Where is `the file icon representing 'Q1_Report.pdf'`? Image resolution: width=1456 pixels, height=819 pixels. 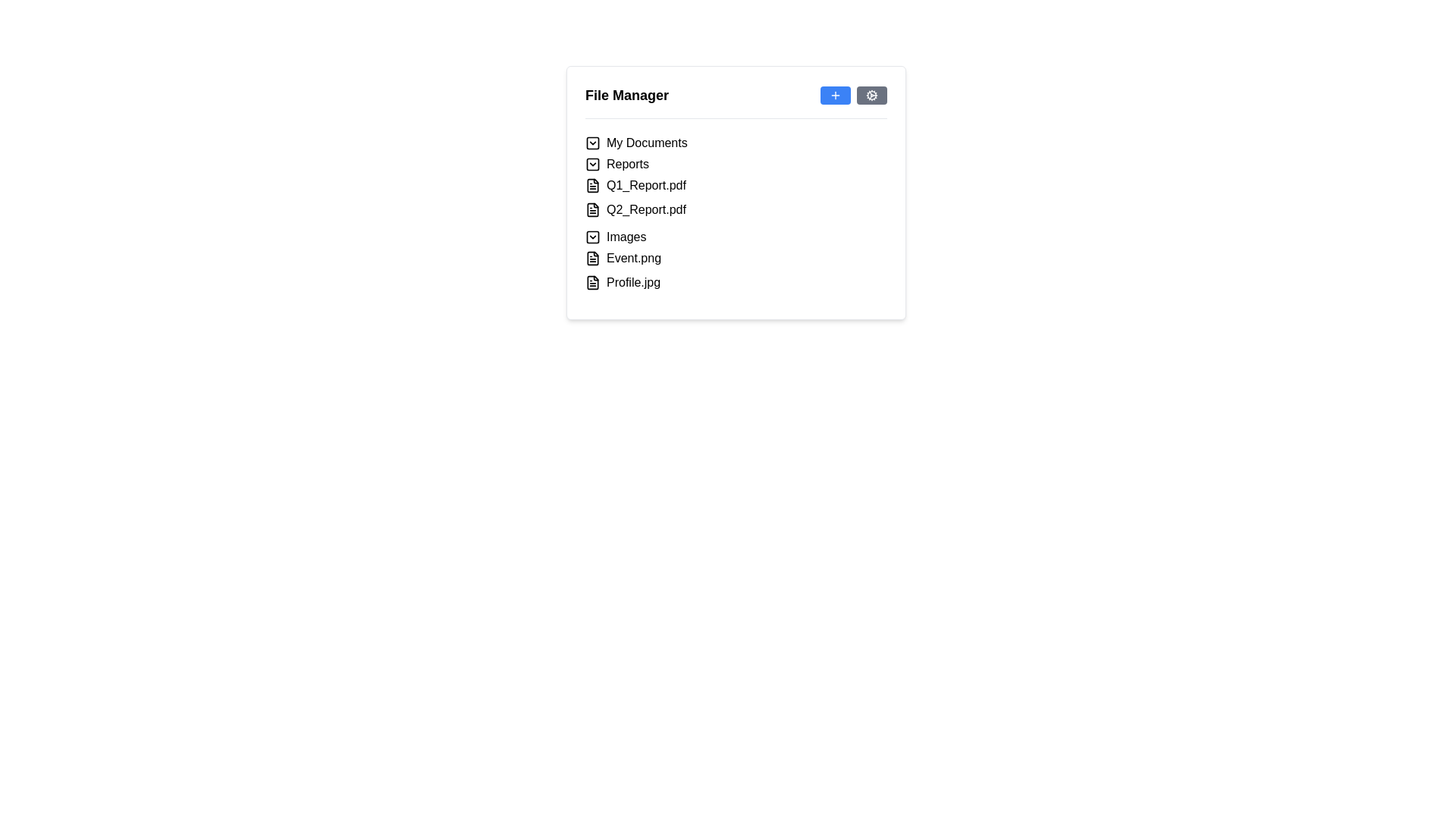
the file icon representing 'Q1_Report.pdf' is located at coordinates (592, 185).